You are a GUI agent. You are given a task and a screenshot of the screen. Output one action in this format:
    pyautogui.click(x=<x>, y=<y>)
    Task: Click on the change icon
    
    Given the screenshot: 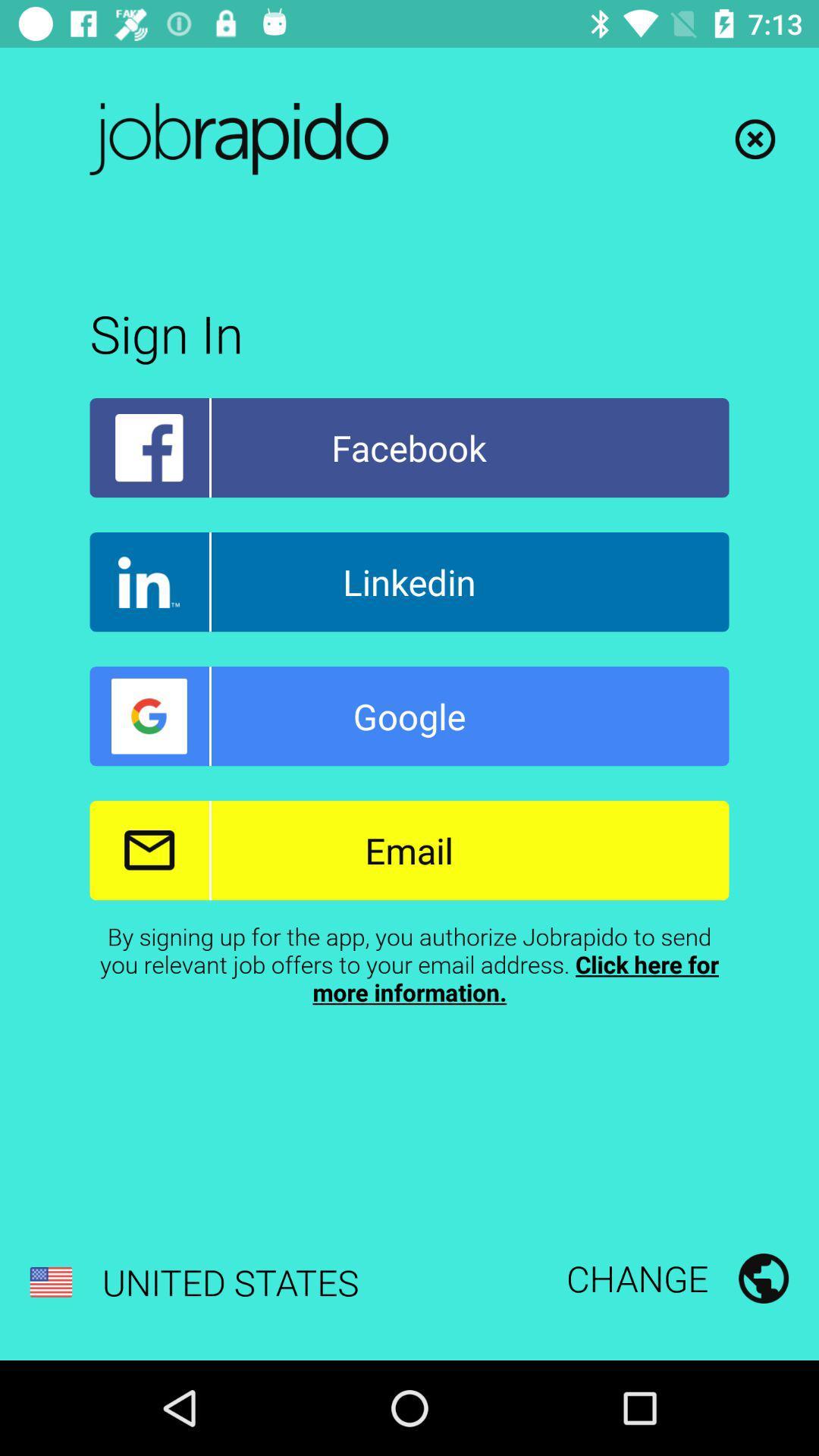 What is the action you would take?
    pyautogui.click(x=676, y=1277)
    